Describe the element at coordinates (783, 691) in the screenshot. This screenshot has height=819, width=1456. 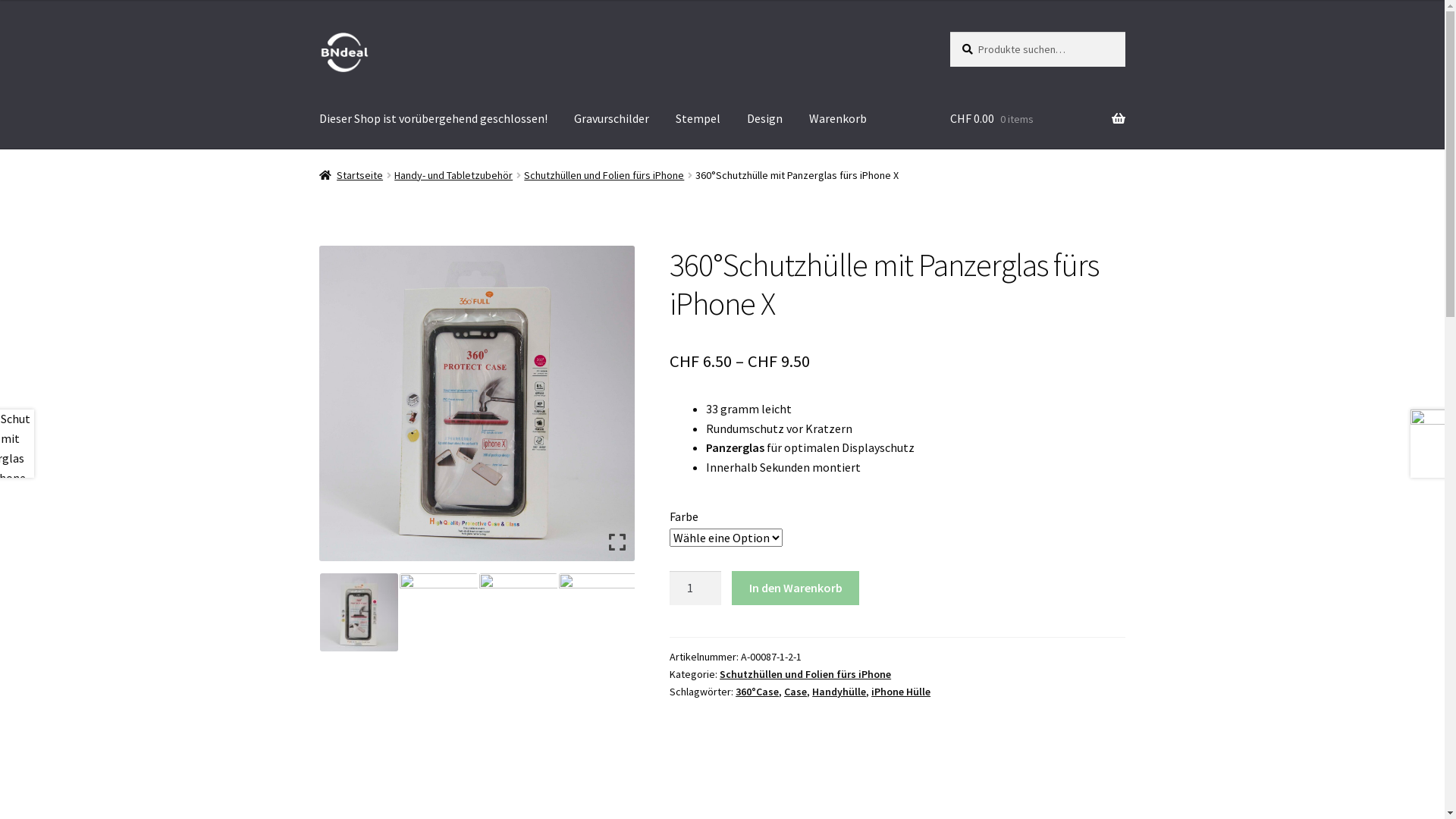
I see `'Case'` at that location.